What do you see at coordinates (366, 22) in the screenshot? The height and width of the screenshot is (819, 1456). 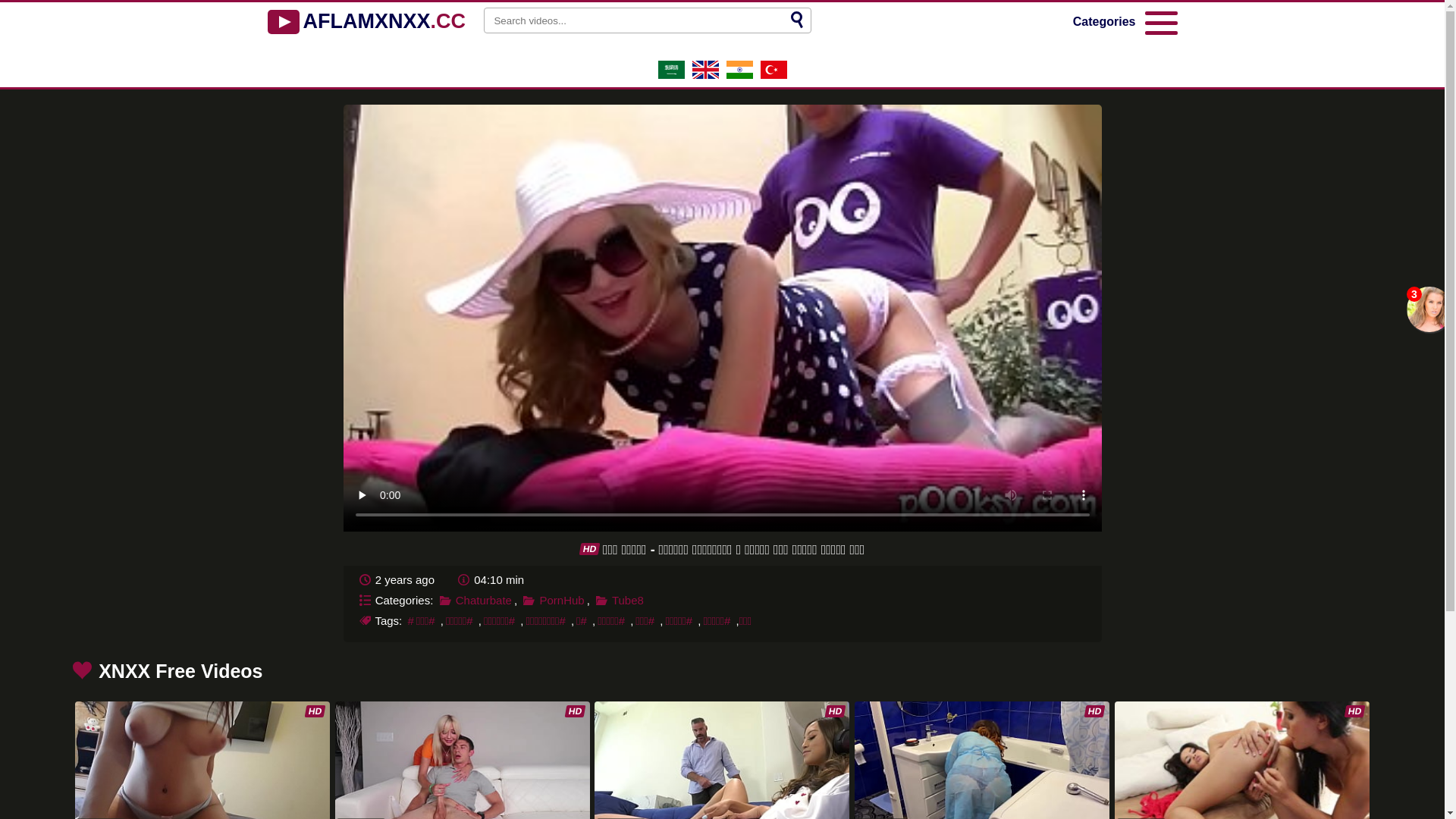 I see `'AFLAMXNXX.CC'` at bounding box center [366, 22].